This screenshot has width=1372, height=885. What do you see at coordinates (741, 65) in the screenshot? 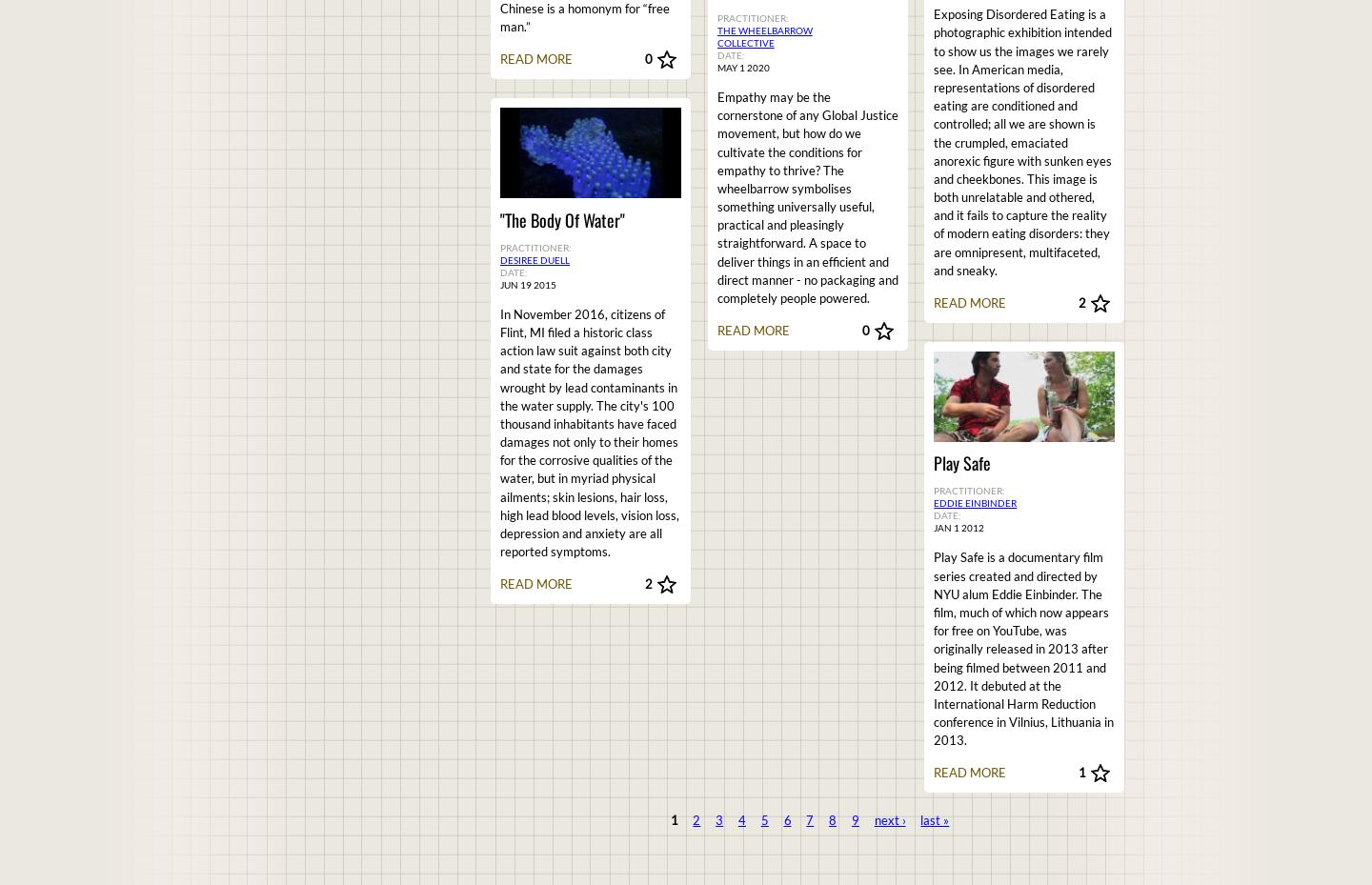
I see `'May 1 2020'` at bounding box center [741, 65].